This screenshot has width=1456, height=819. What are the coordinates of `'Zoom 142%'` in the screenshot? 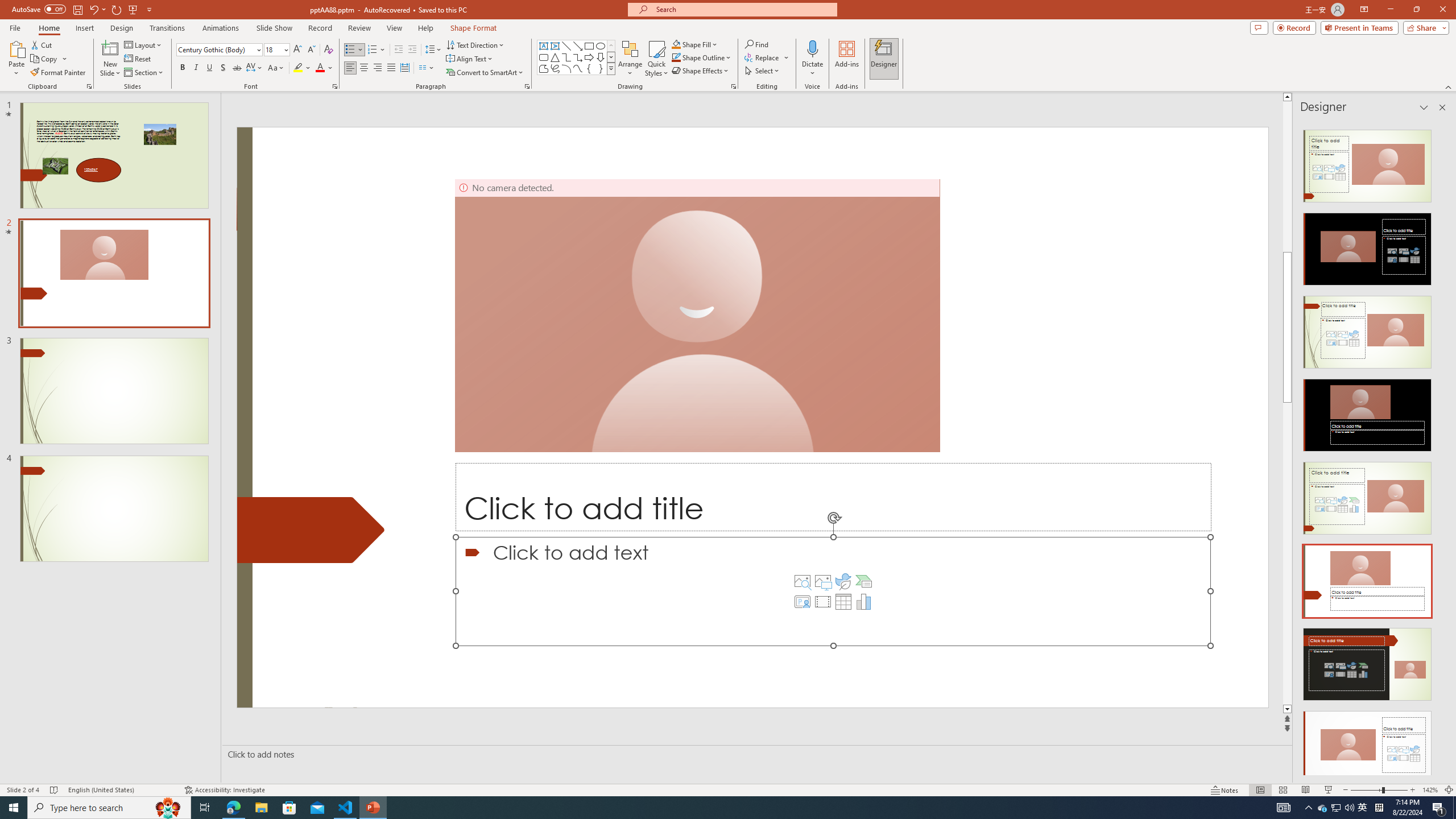 It's located at (1430, 790).